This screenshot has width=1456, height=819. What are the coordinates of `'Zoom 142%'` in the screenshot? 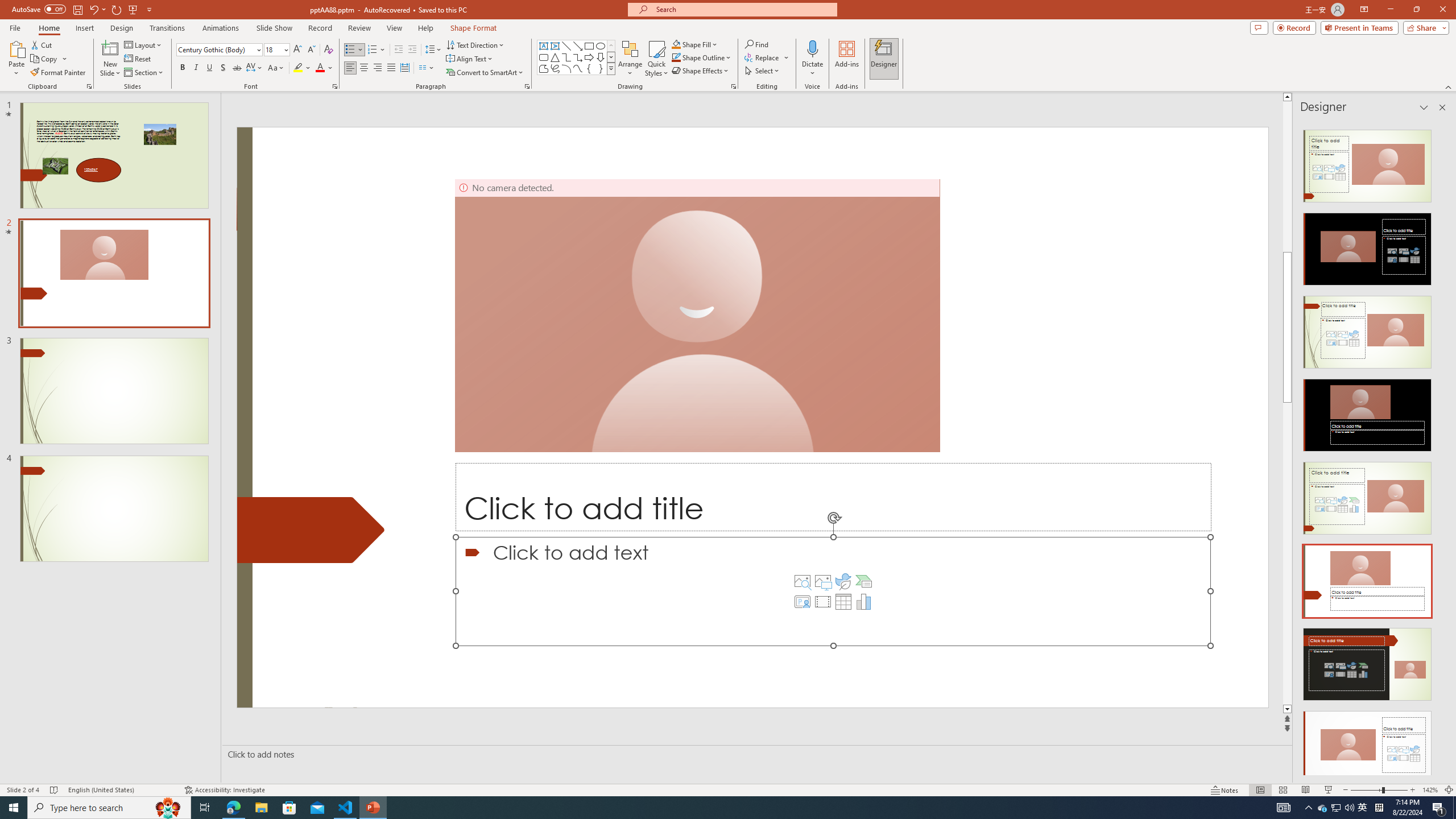 It's located at (1430, 790).